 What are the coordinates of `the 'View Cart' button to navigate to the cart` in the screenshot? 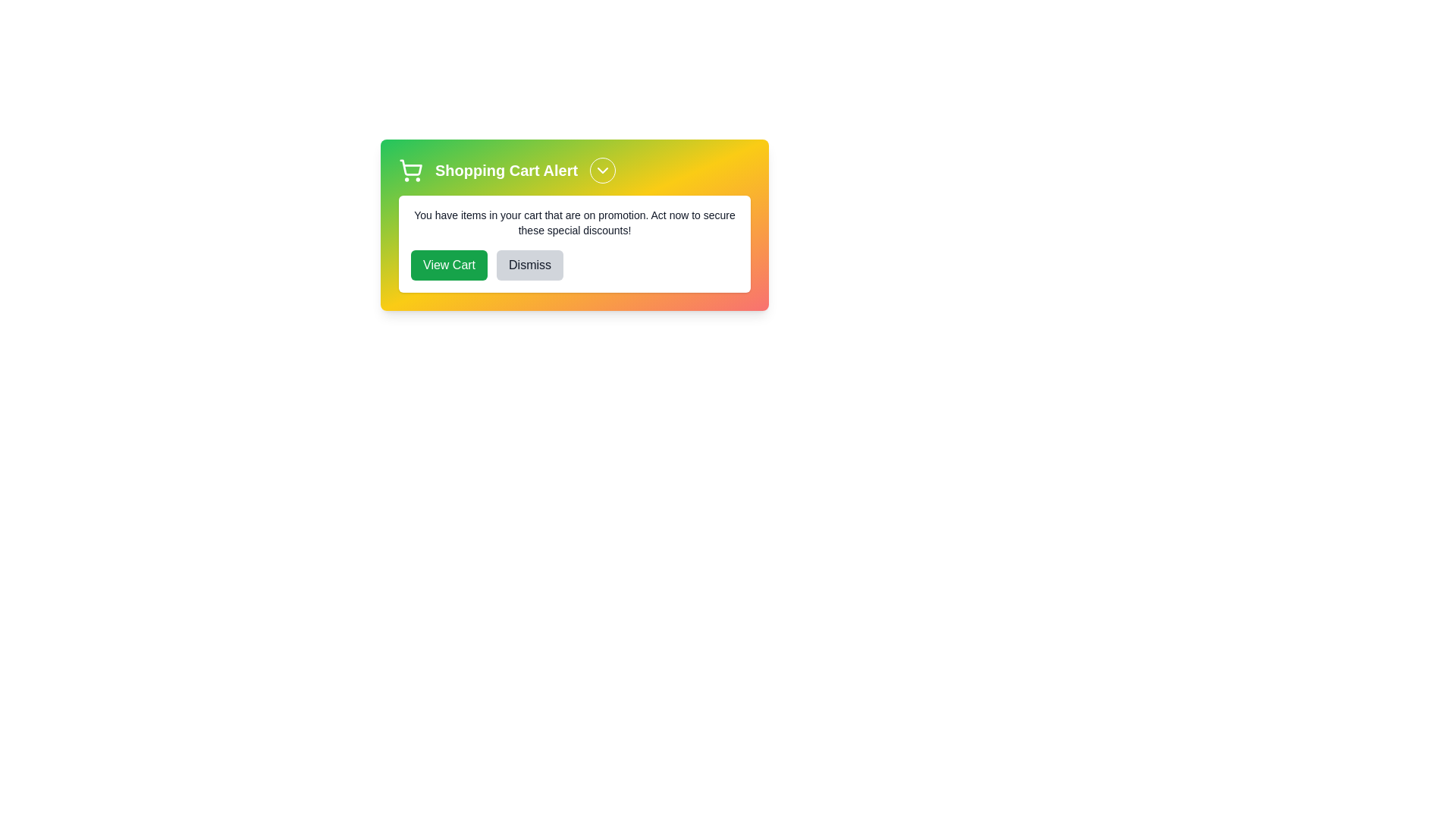 It's located at (448, 265).